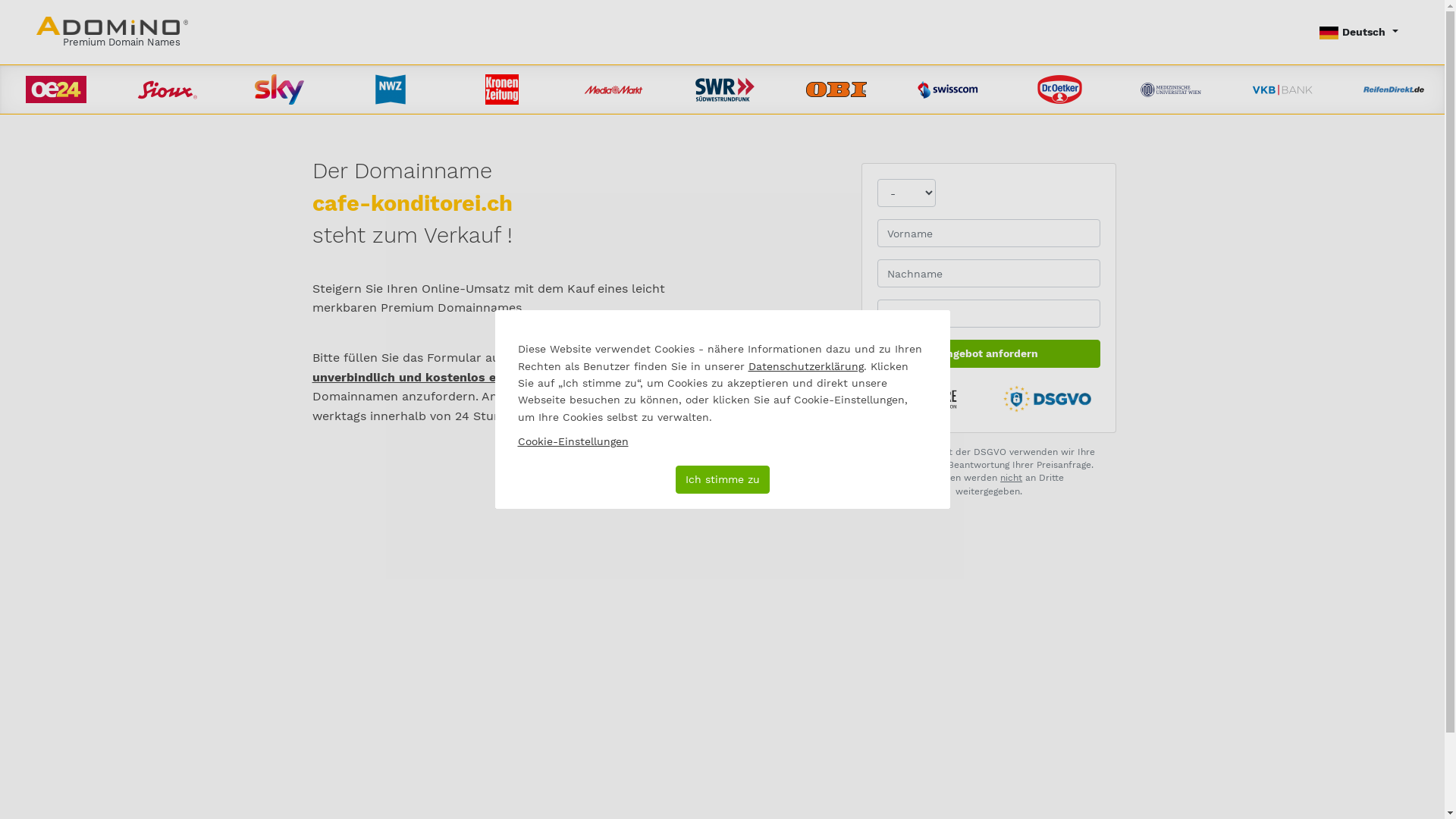  Describe the element at coordinates (720, 479) in the screenshot. I see `'Ich stimme zu'` at that location.